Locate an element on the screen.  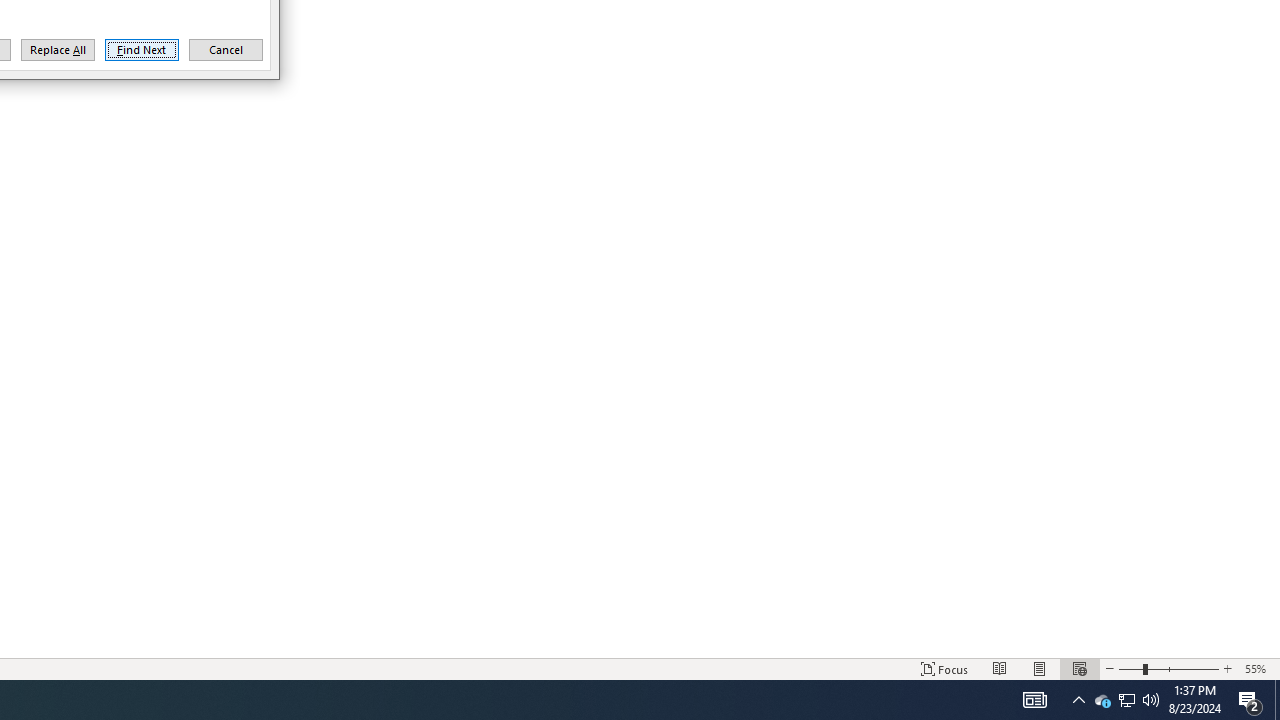
'Zoom 55%' is located at coordinates (1257, 669).